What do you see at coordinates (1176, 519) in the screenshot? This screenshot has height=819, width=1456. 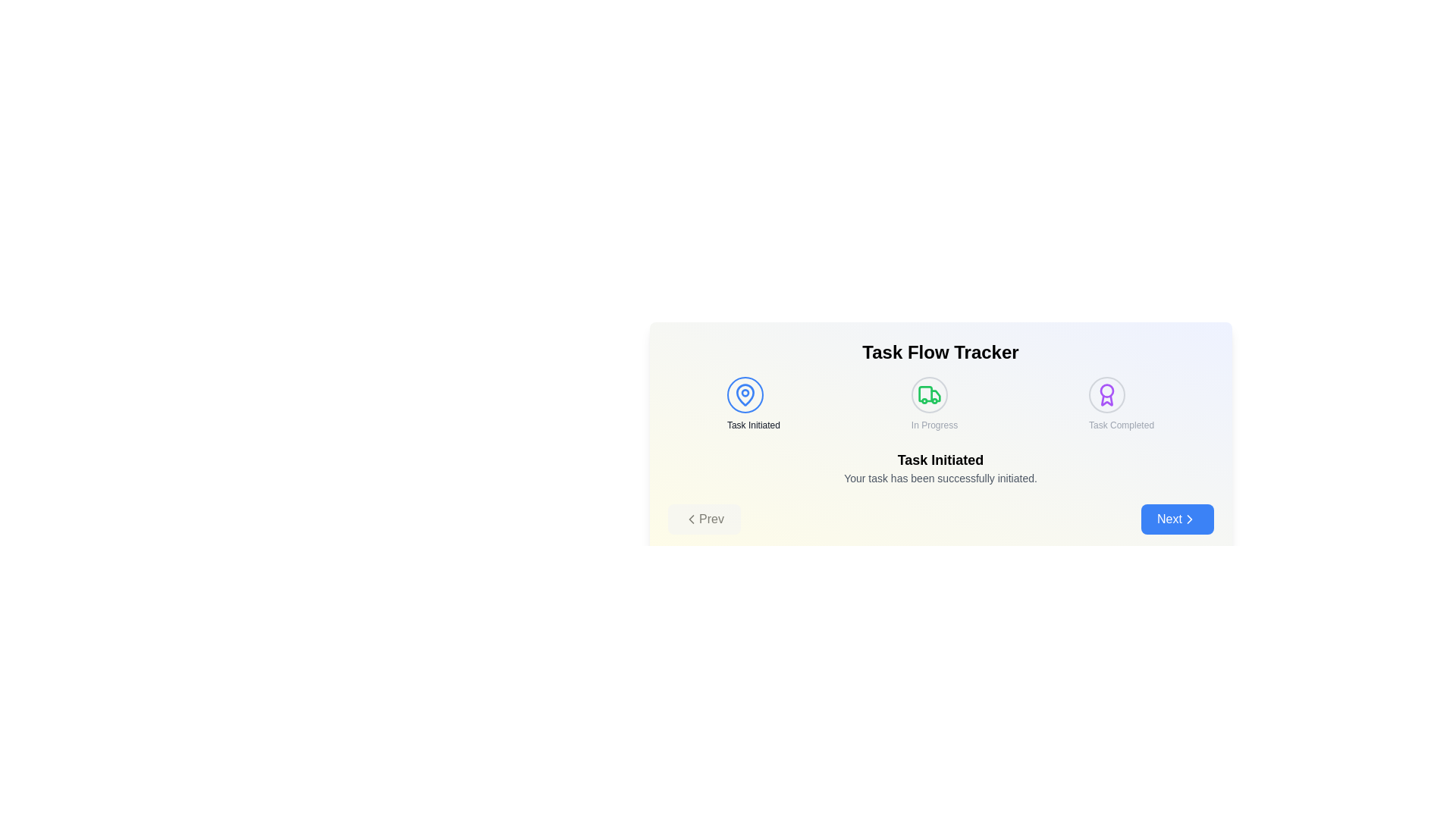 I see `the 'Next' button to navigate to the next step` at bounding box center [1176, 519].